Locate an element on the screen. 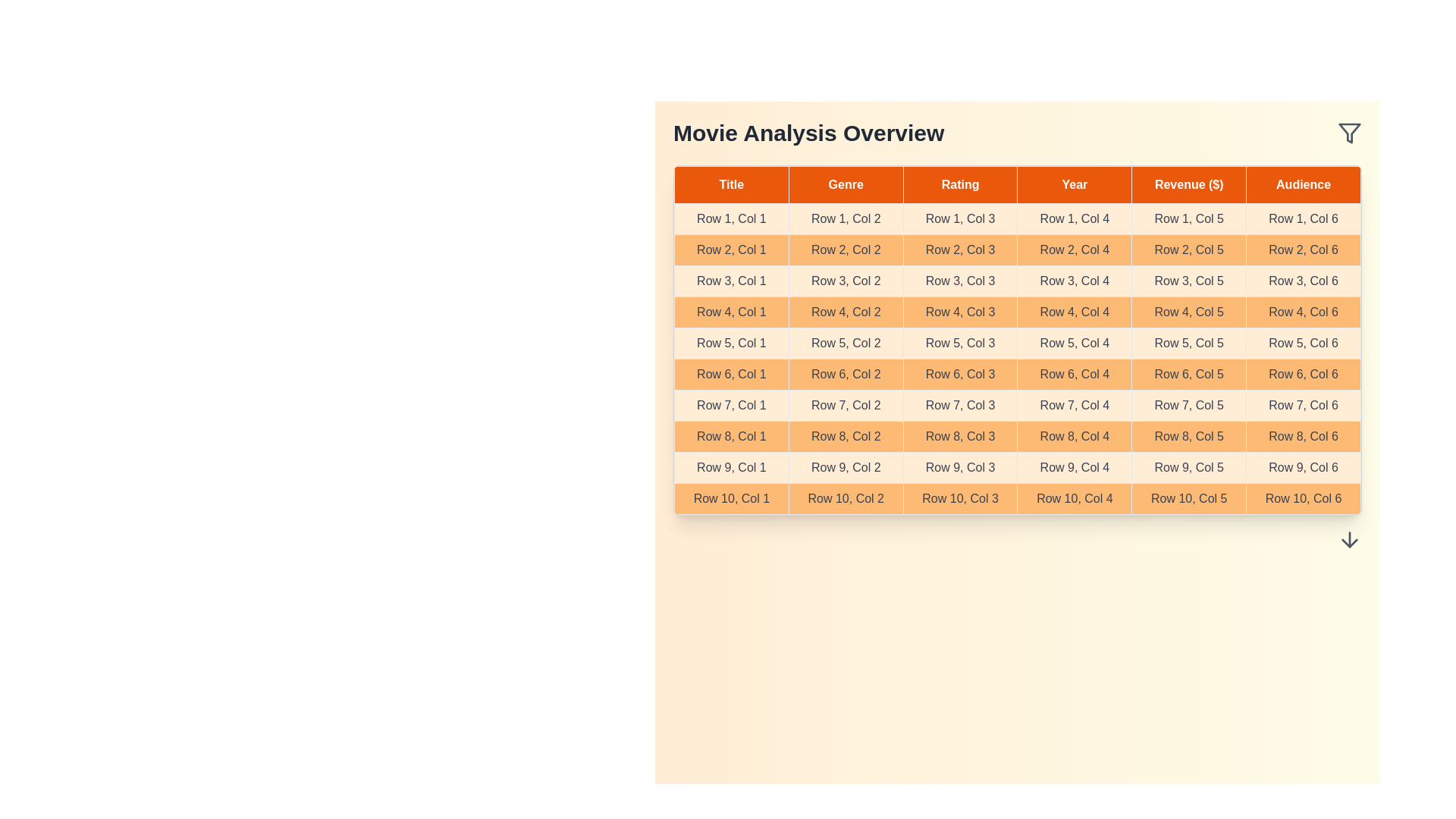 This screenshot has width=1456, height=819. the header cell labeled Title to sort the column is located at coordinates (731, 184).